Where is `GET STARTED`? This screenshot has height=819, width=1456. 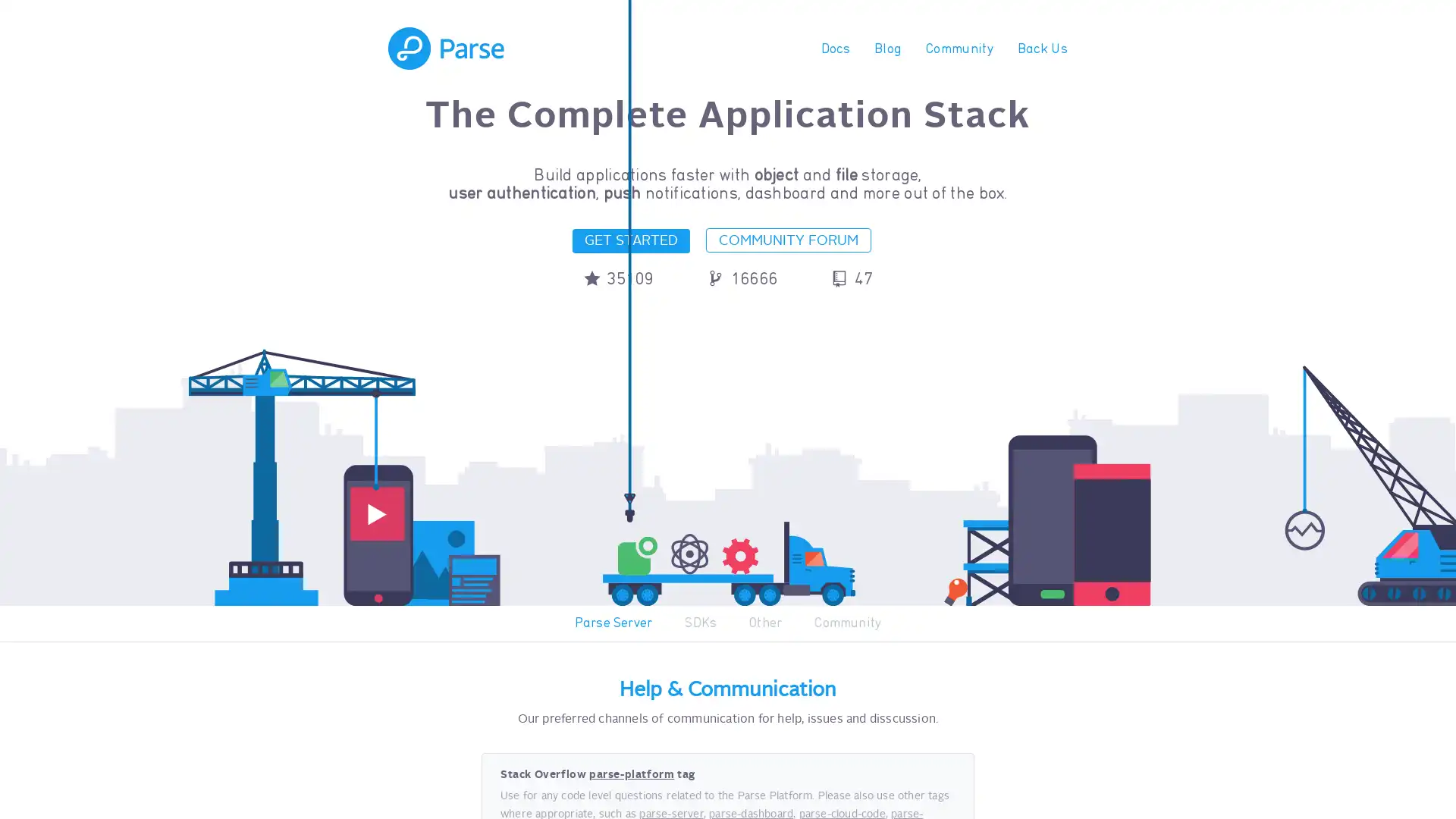
GET STARTED is located at coordinates (630, 240).